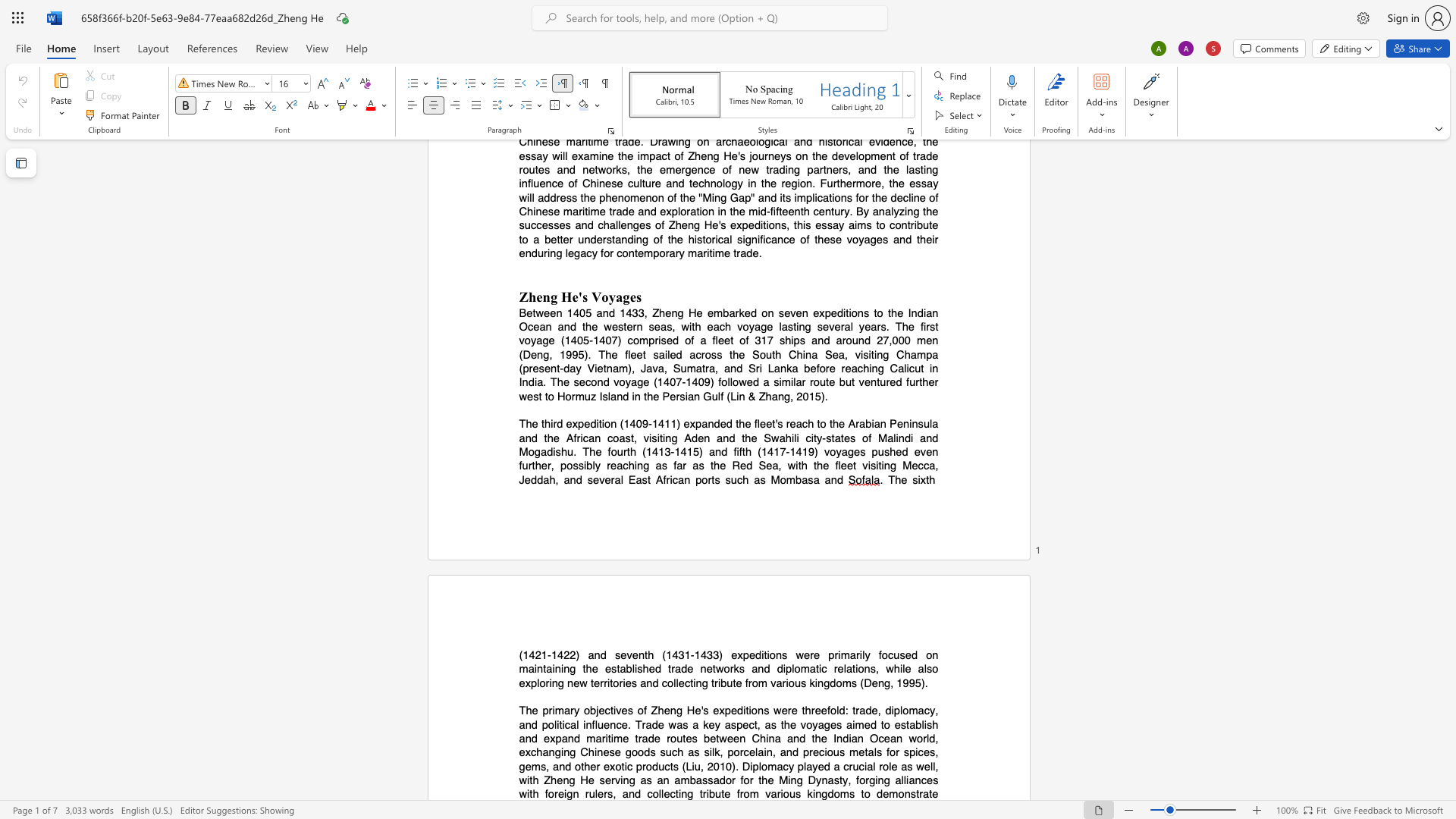 The image size is (1456, 819). Describe the element at coordinates (562, 780) in the screenshot. I see `the subset text "ng He serving as an ambassador for the Ming Dynasty, forging alliances with foreign rulers," within the text "and expand maritime trade routes between China and the Indian Ocean world, exchanging Chinese goods such as silk, porcelain, and precious metals for spices, gems, and other exotic products (Liu, 2010). Diplomacy played a crucial role as well, with Zheng He serving as an ambassador for the Ming Dynasty, forging alliances with foreign rulers, and collecting tribute from various kingdoms to"` at that location.